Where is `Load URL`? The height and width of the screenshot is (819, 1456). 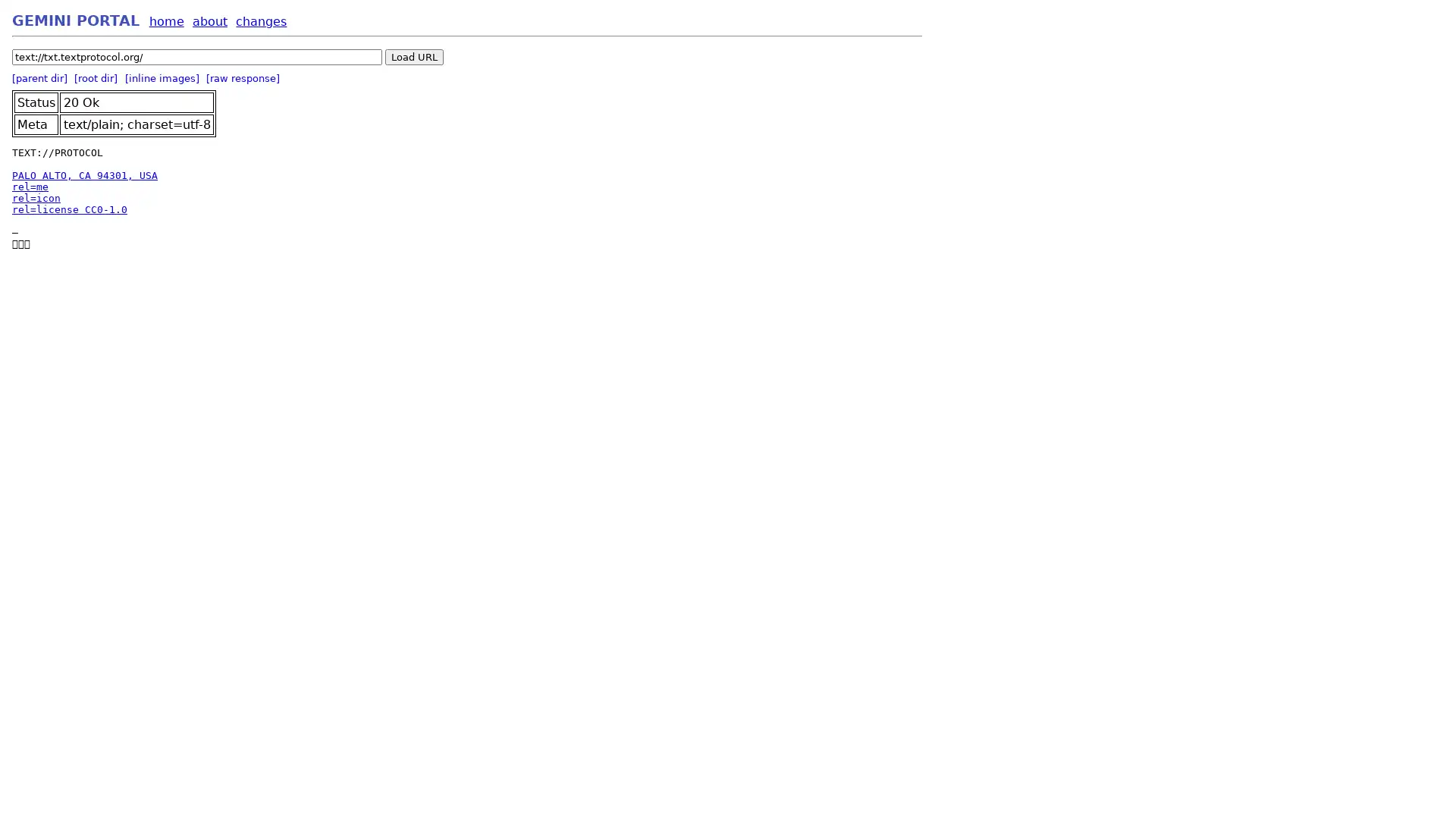 Load URL is located at coordinates (414, 56).